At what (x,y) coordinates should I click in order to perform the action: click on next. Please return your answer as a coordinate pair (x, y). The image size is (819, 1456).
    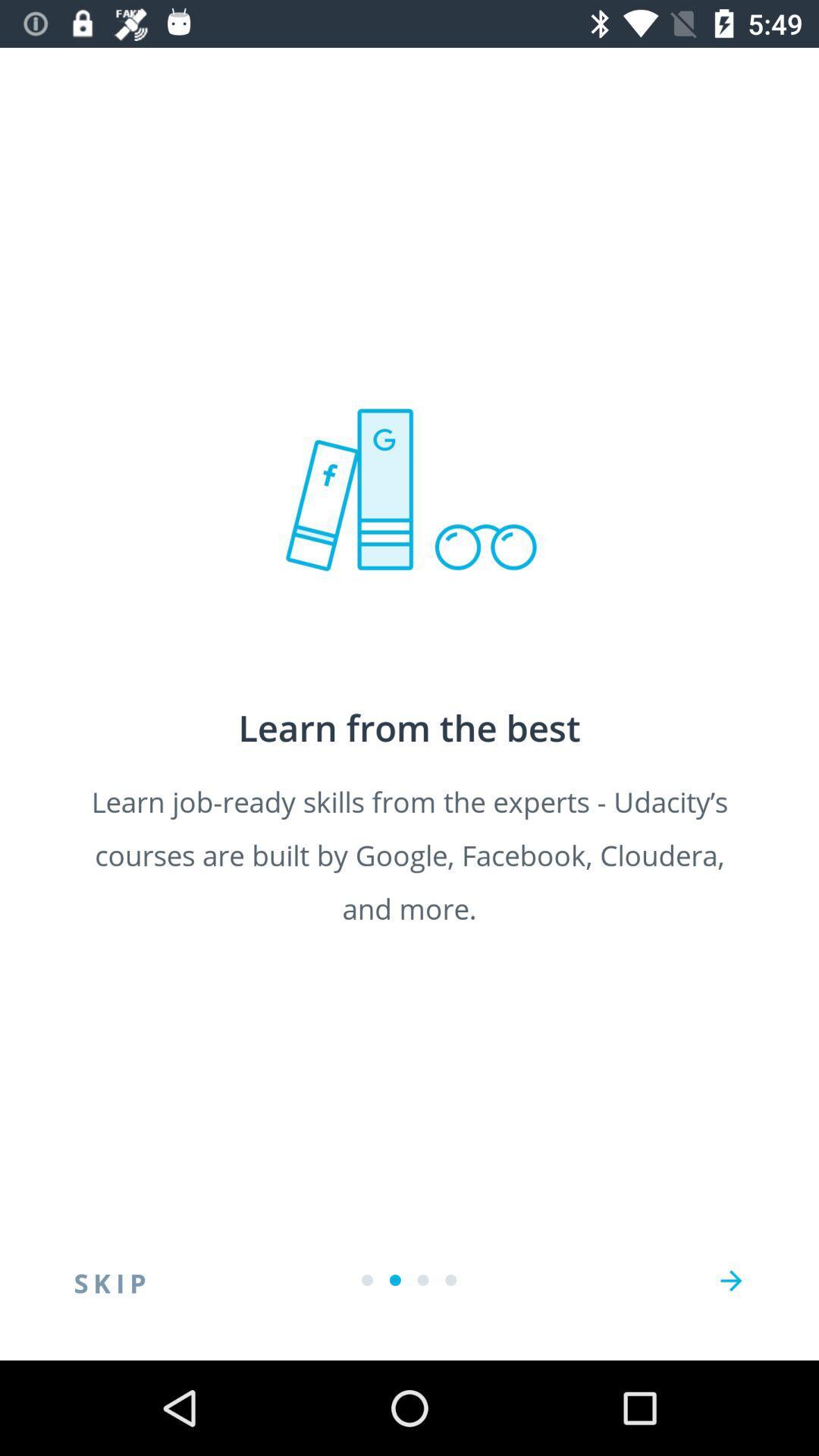
    Looking at the image, I should click on (730, 1280).